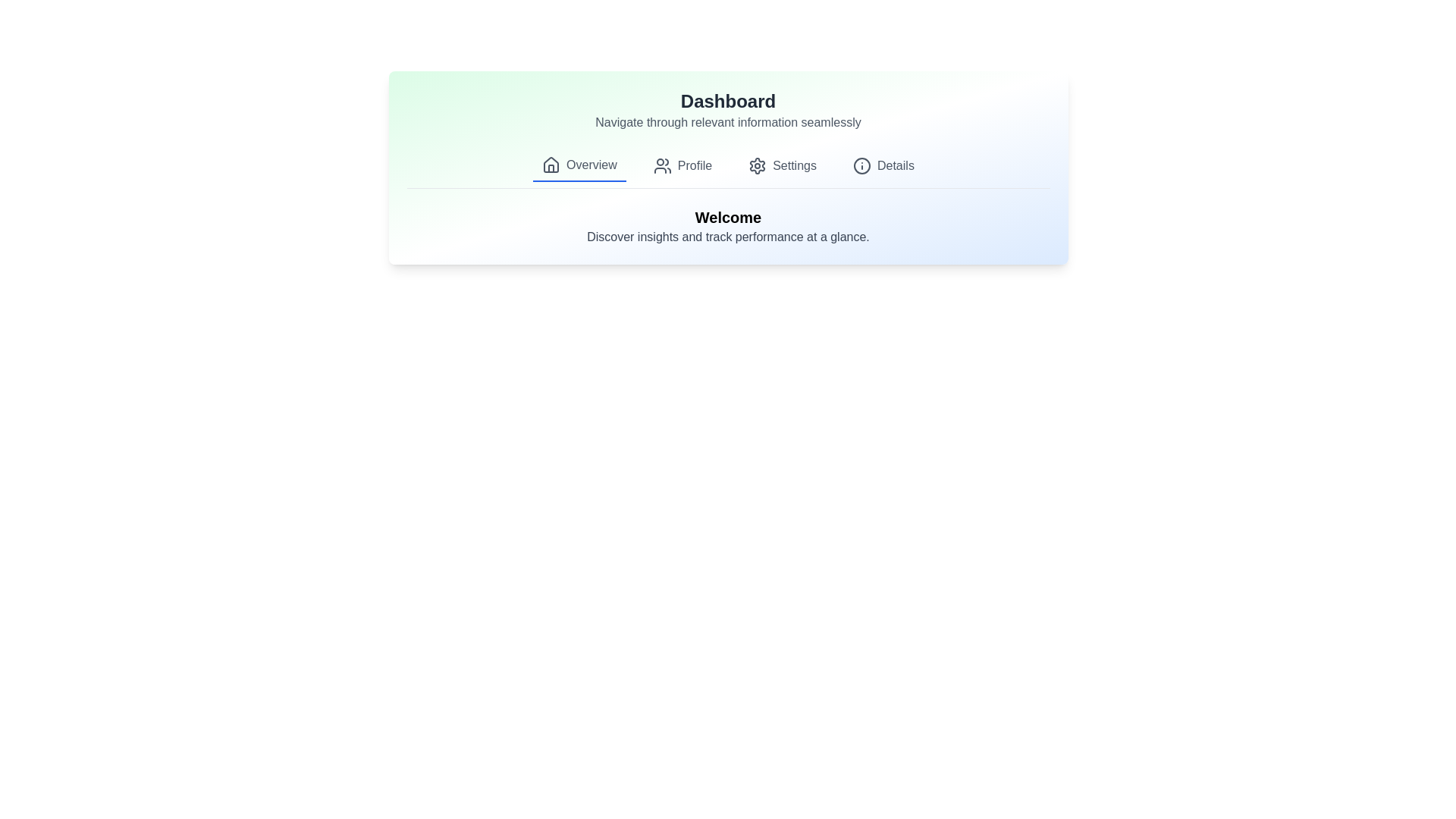 This screenshot has width=1456, height=819. What do you see at coordinates (728, 217) in the screenshot?
I see `the prominent Header text displaying 'Welcome', which is bold and large-sized, rendered in black color, centrally located in the layout` at bounding box center [728, 217].